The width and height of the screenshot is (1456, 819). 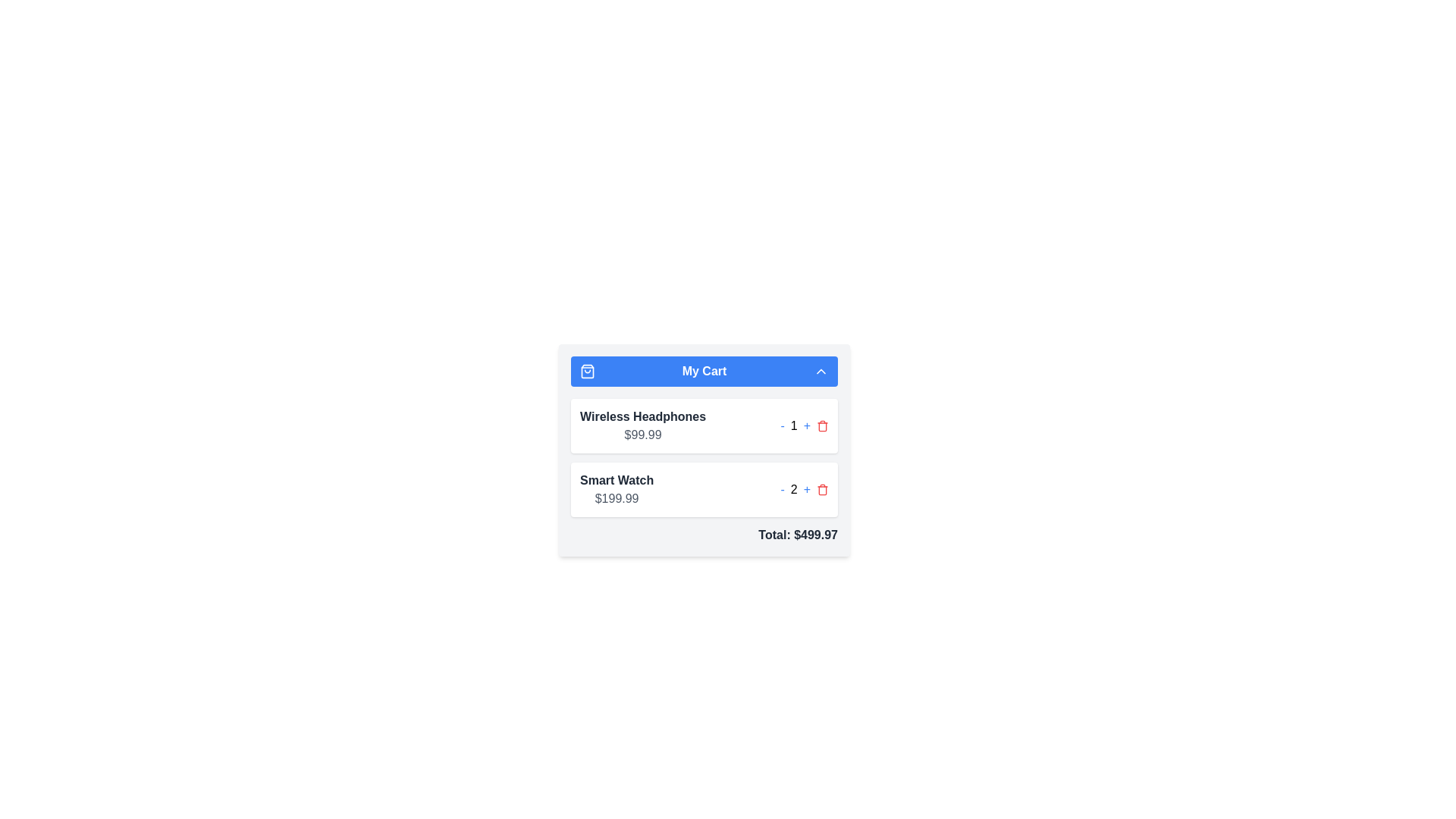 I want to click on displayed price of '$199.99' from the static text element styled in gray font, located beneath 'Smart Watch' in the cart UI, so click(x=617, y=499).